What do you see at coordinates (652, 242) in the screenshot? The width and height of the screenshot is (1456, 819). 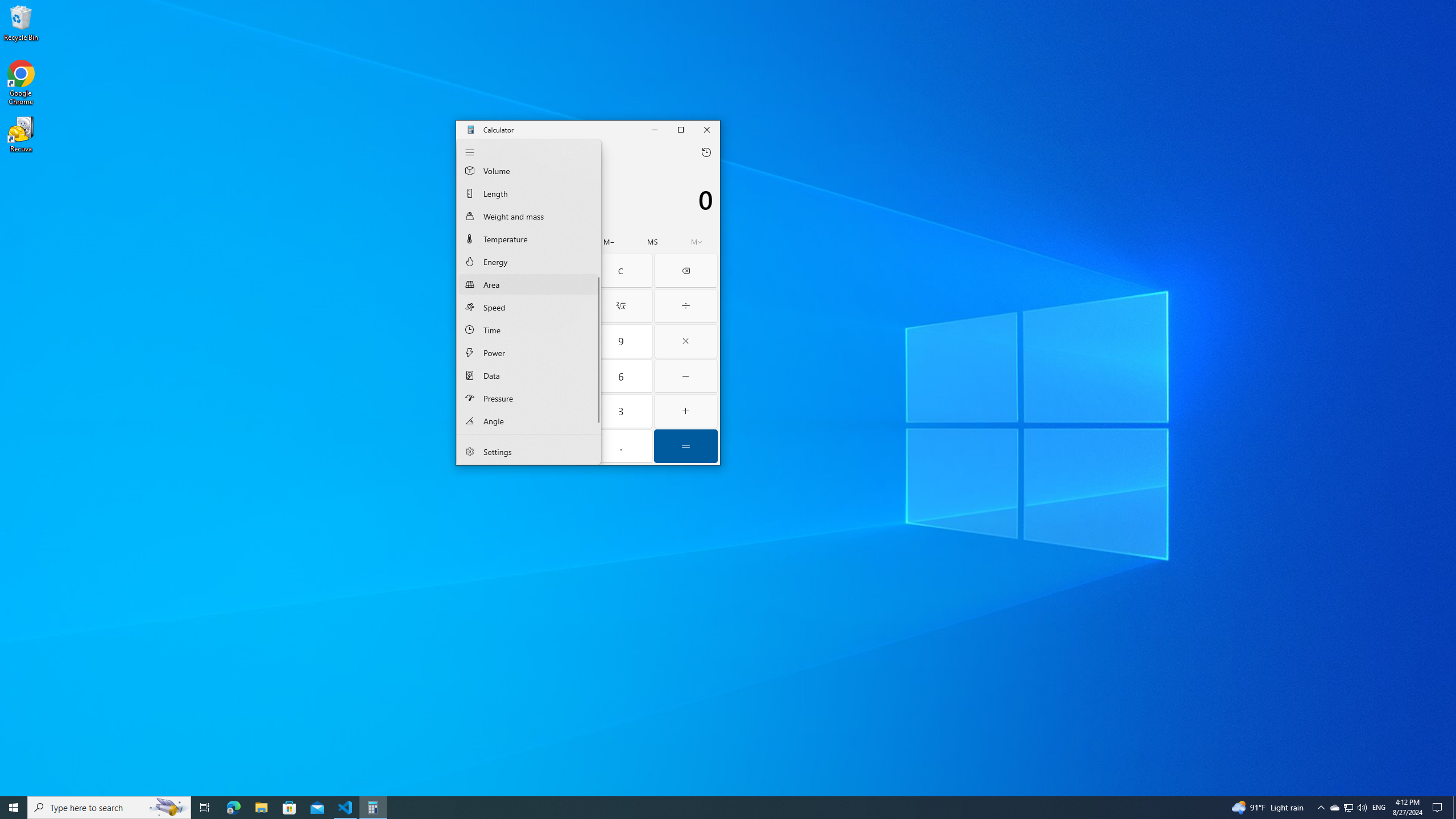 I see `'Memory store'` at bounding box center [652, 242].